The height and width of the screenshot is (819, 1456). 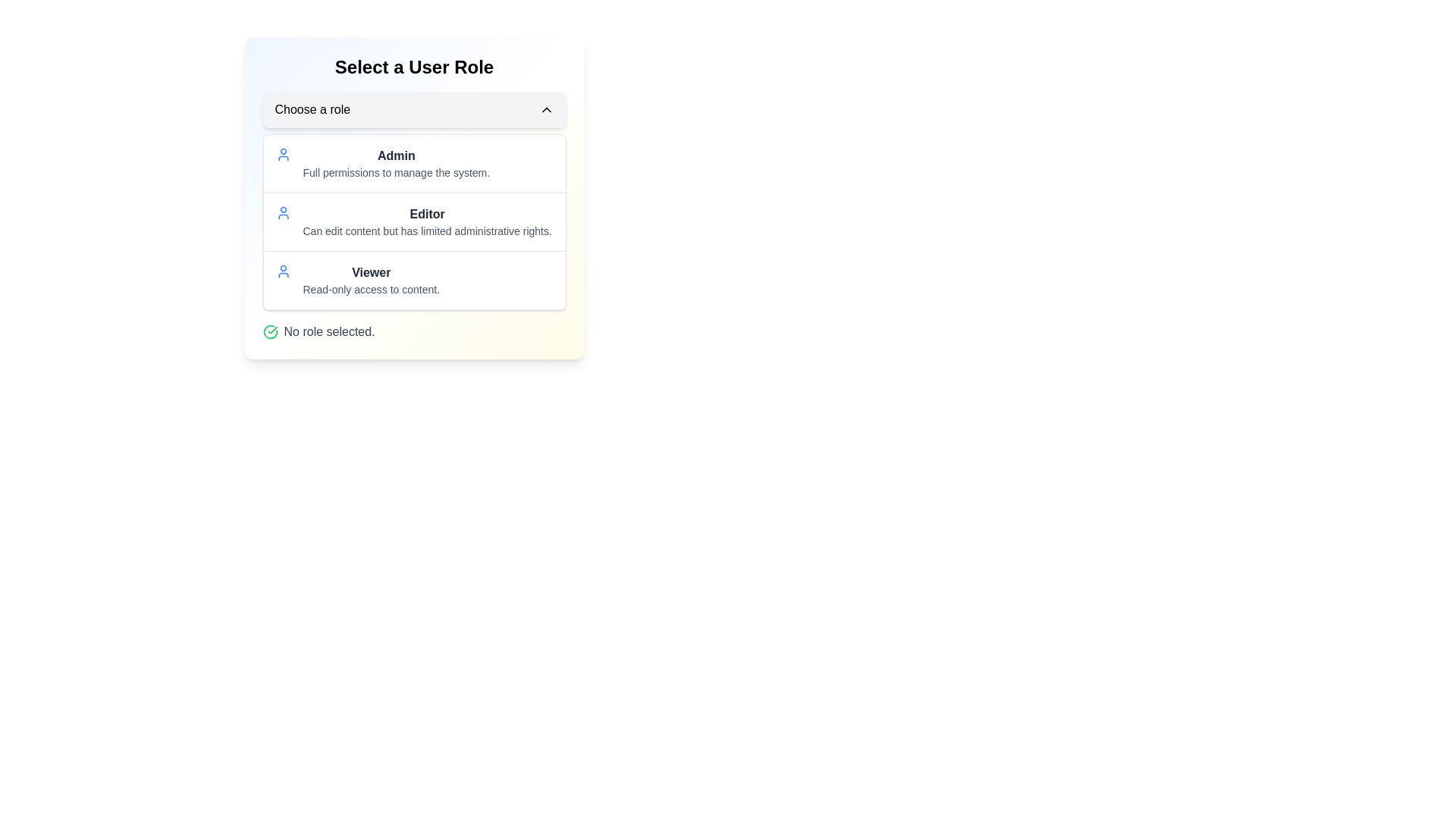 I want to click on the 'Editor' role option in the selectable list within the 'Select a User Role' card, so click(x=414, y=222).